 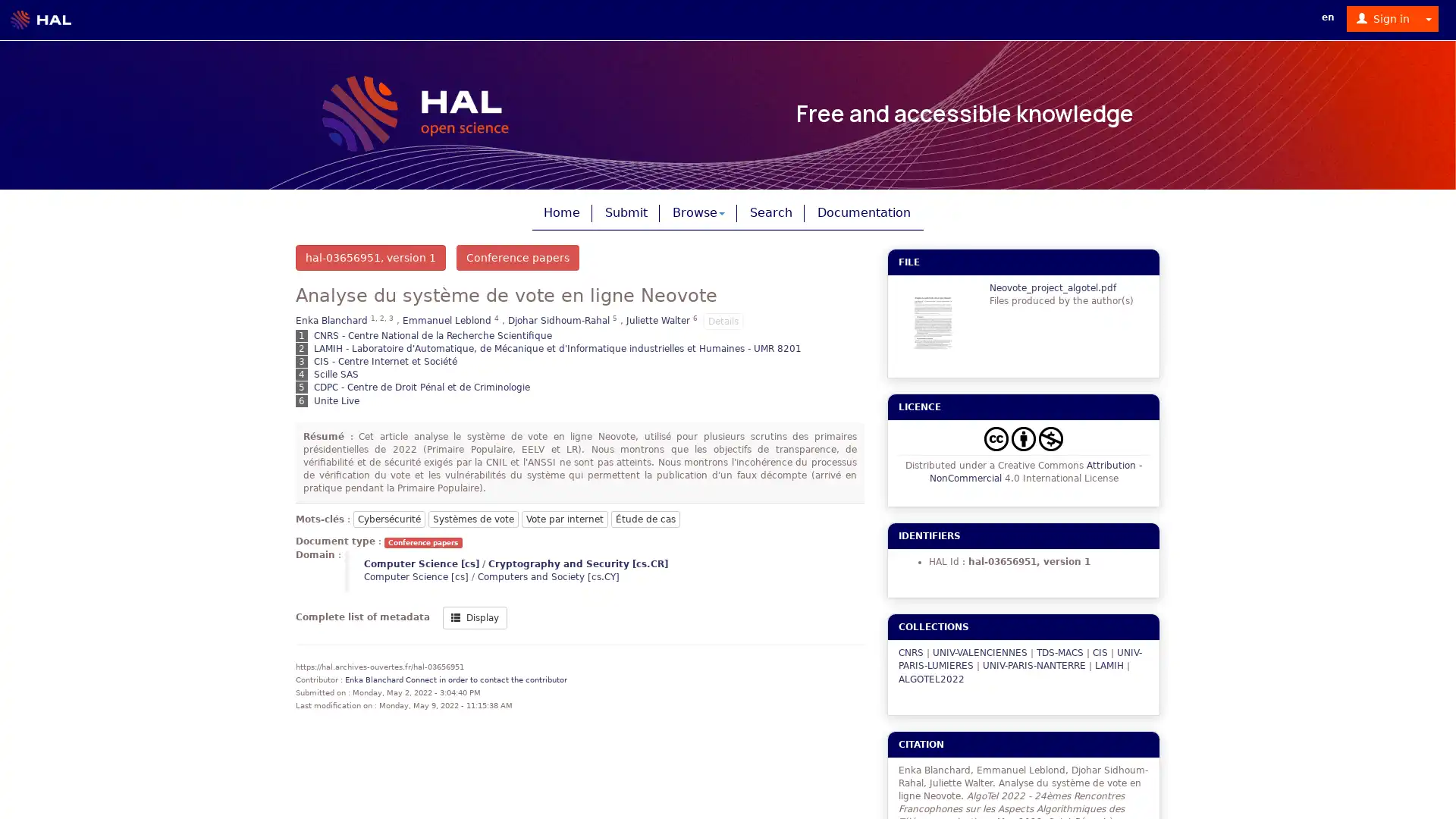 I want to click on Details, so click(x=723, y=320).